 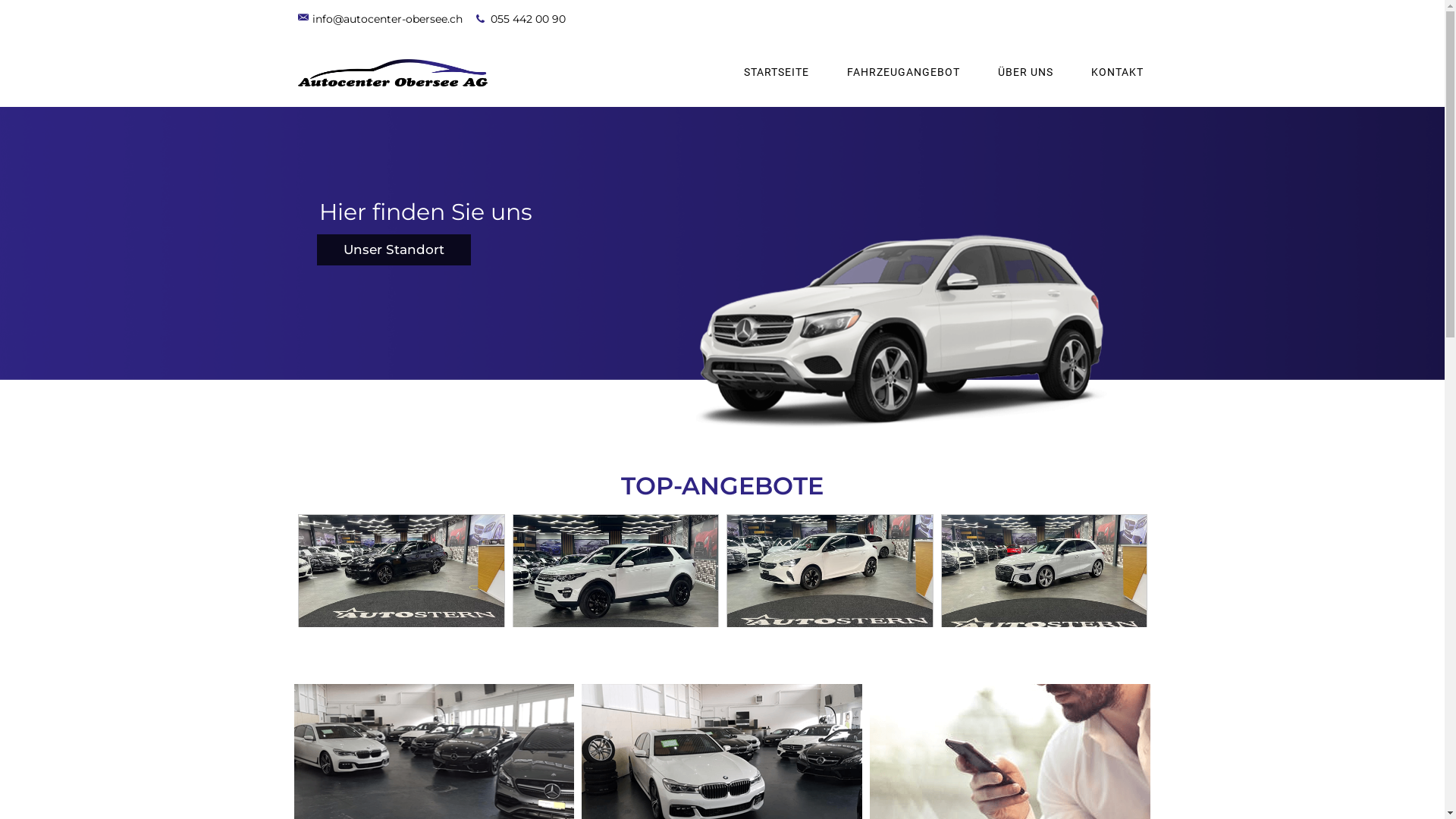 I want to click on 'info@autocenter-obersee.ch', so click(x=379, y=18).